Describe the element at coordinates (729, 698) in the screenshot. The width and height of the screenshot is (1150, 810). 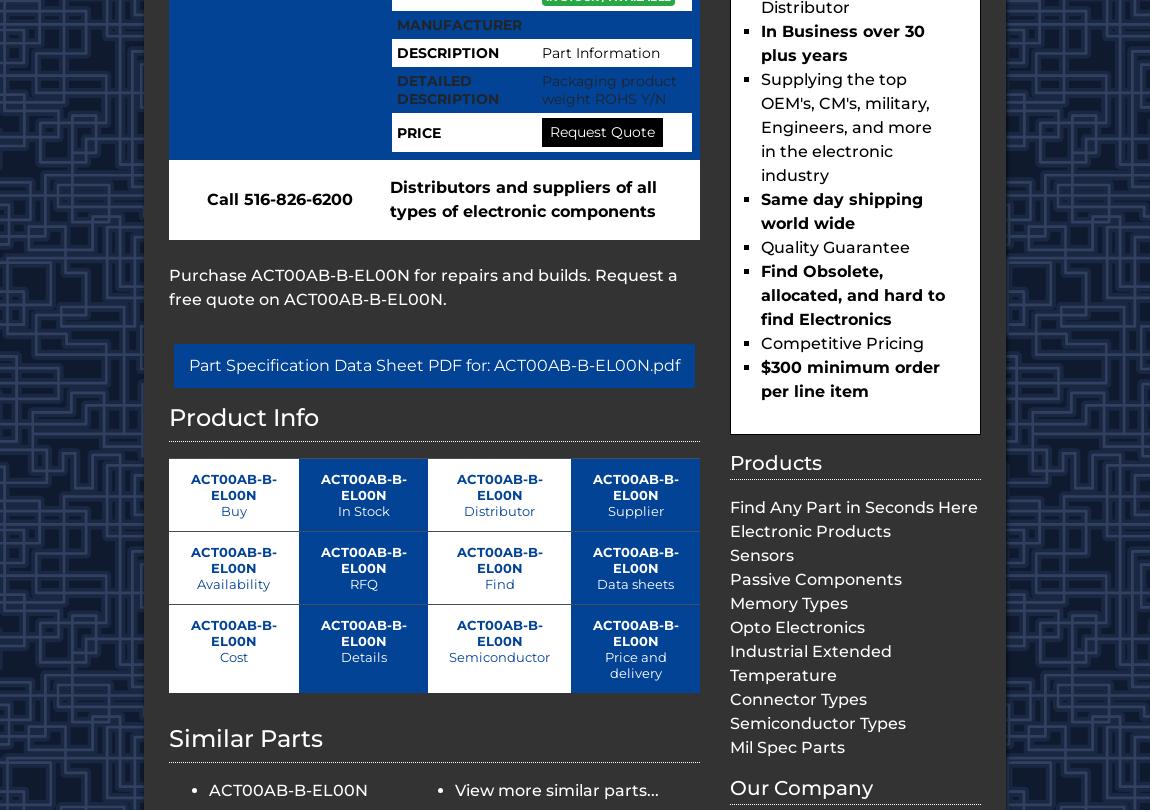
I see `'Connector Types'` at that location.